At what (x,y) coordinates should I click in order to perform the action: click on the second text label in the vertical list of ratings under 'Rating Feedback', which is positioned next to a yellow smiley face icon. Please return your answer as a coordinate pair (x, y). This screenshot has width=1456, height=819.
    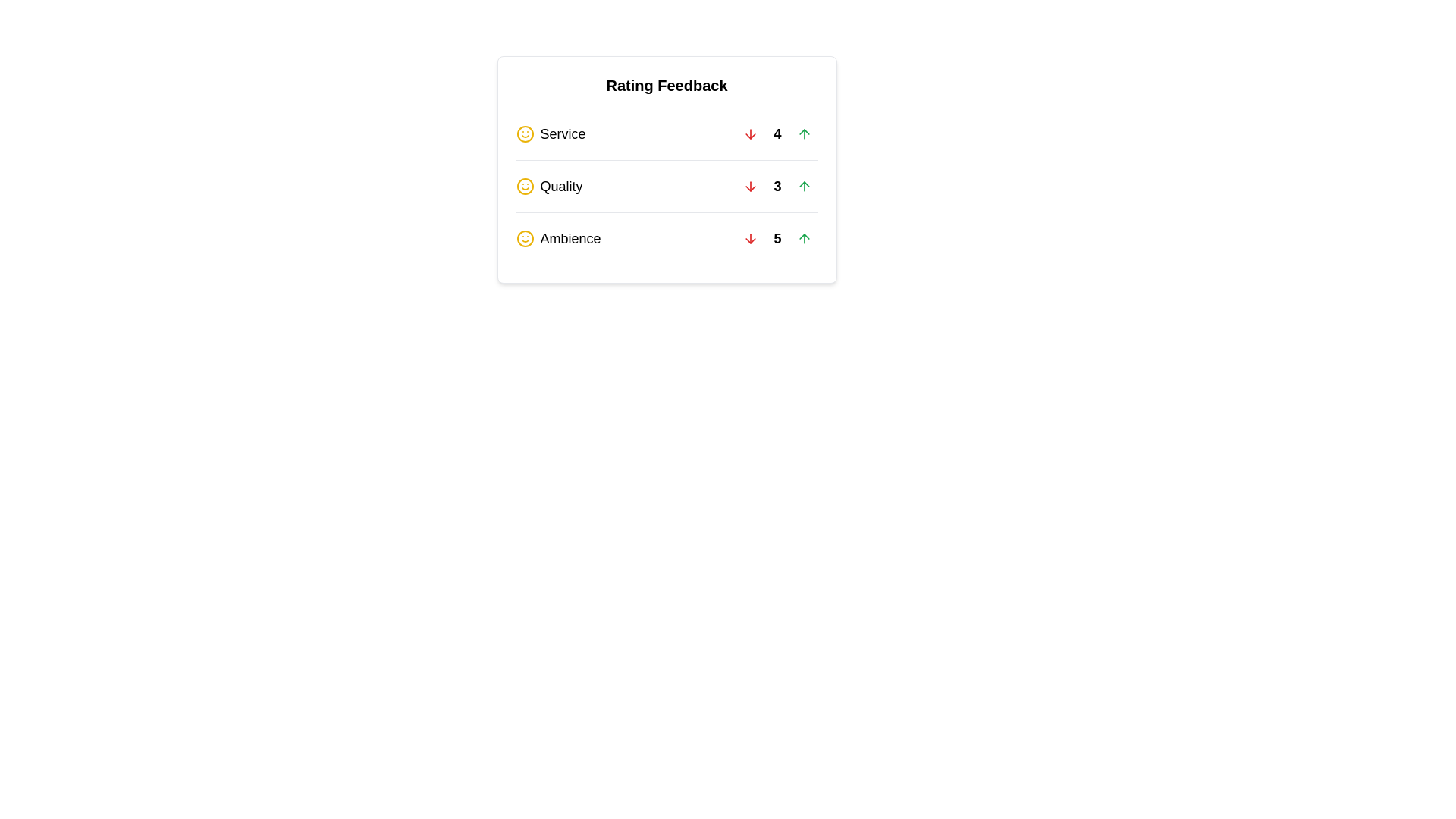
    Looking at the image, I should click on (560, 186).